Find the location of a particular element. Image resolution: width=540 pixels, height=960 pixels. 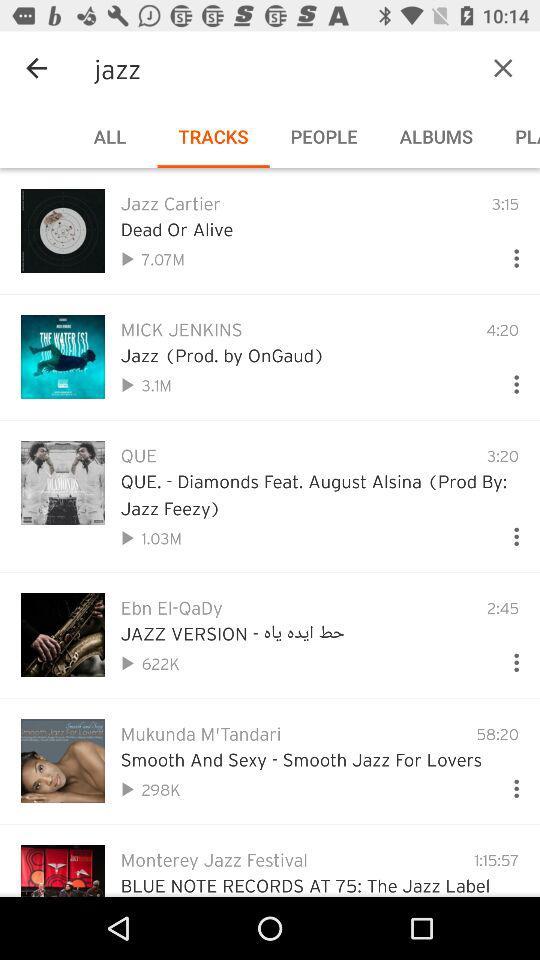

song options is located at coordinates (508, 531).